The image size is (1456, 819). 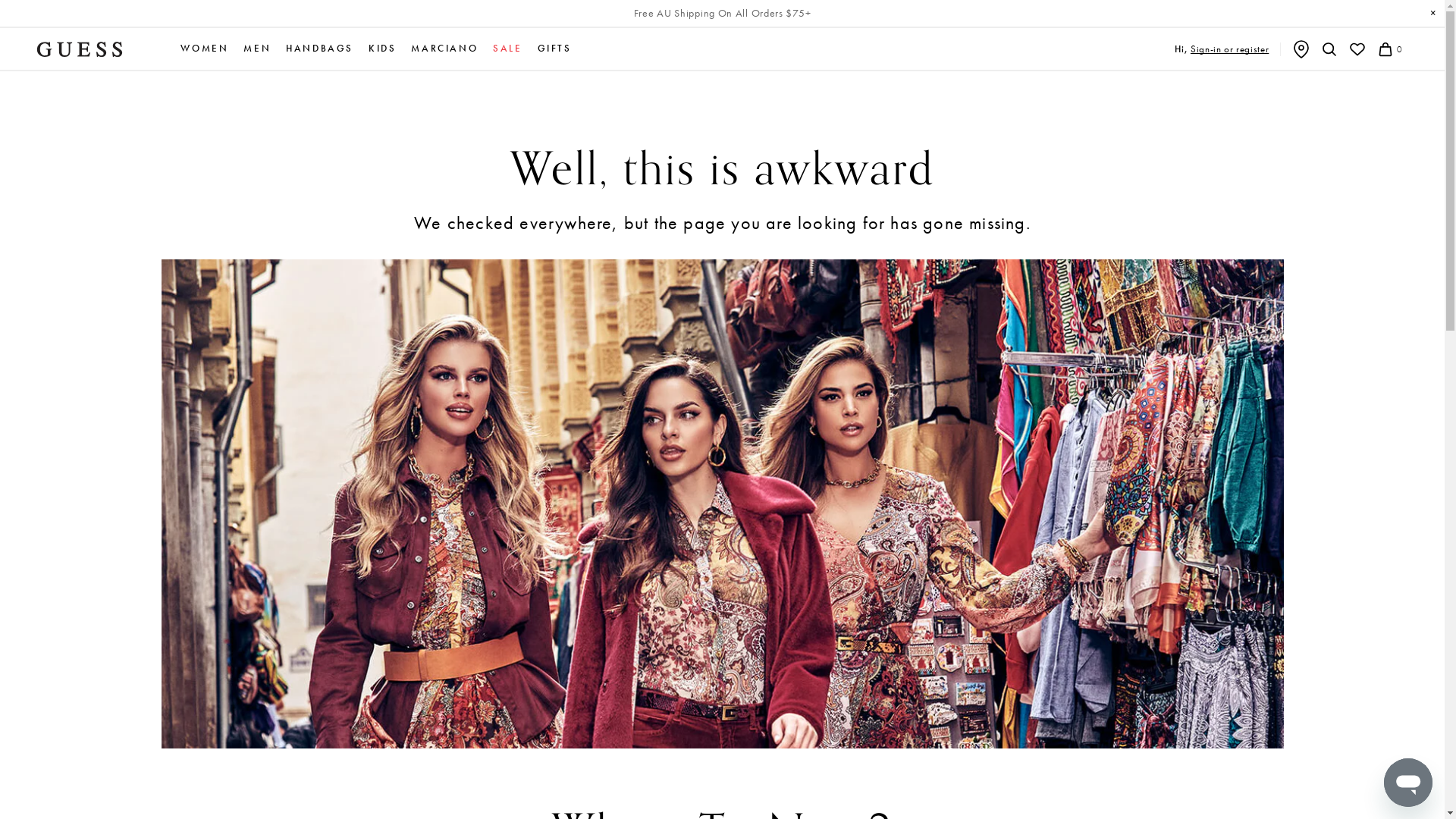 What do you see at coordinates (443, 48) in the screenshot?
I see `'MARCIANO'` at bounding box center [443, 48].